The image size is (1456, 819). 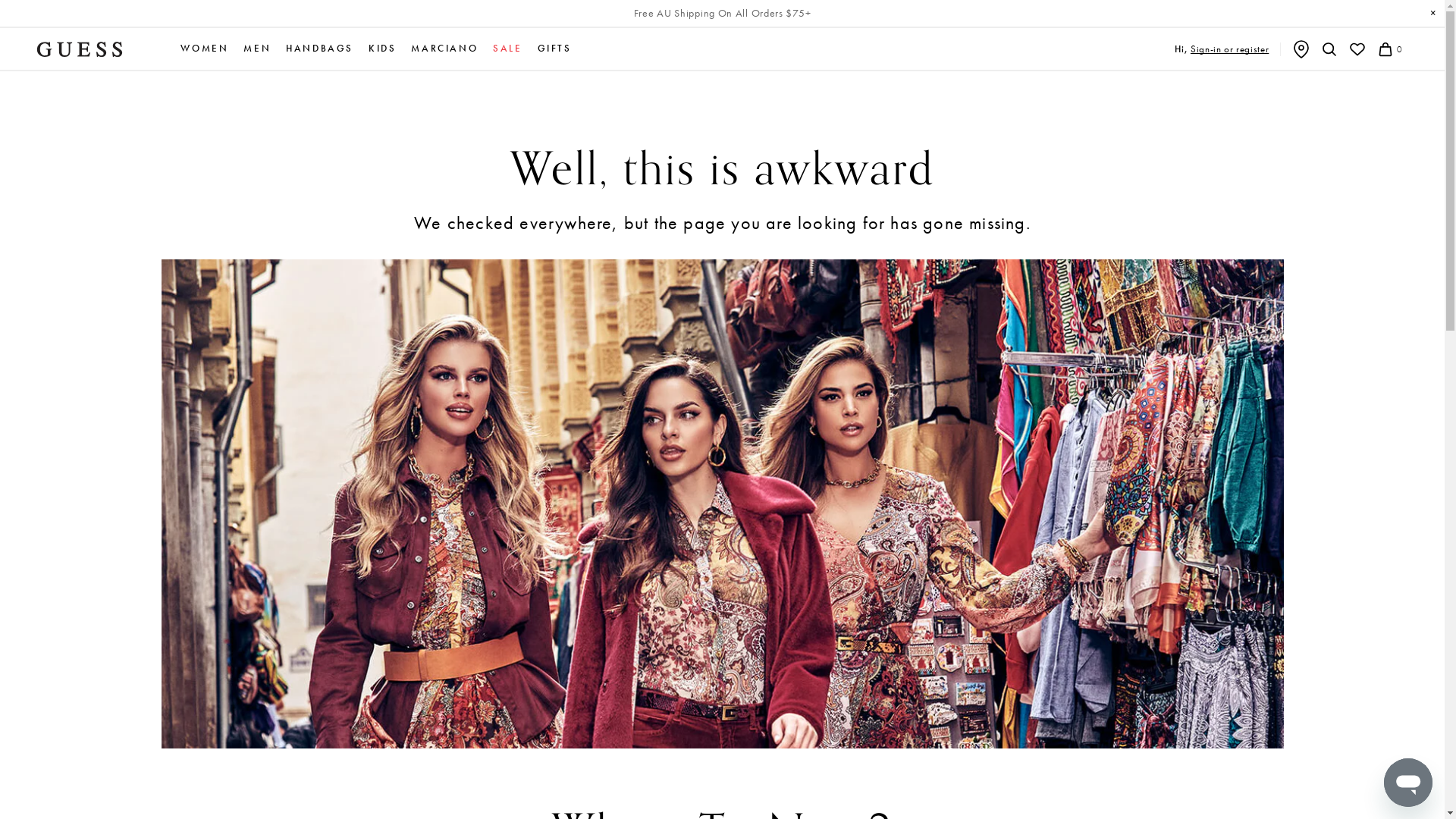 What do you see at coordinates (443, 48) in the screenshot?
I see `'MARCIANO'` at bounding box center [443, 48].